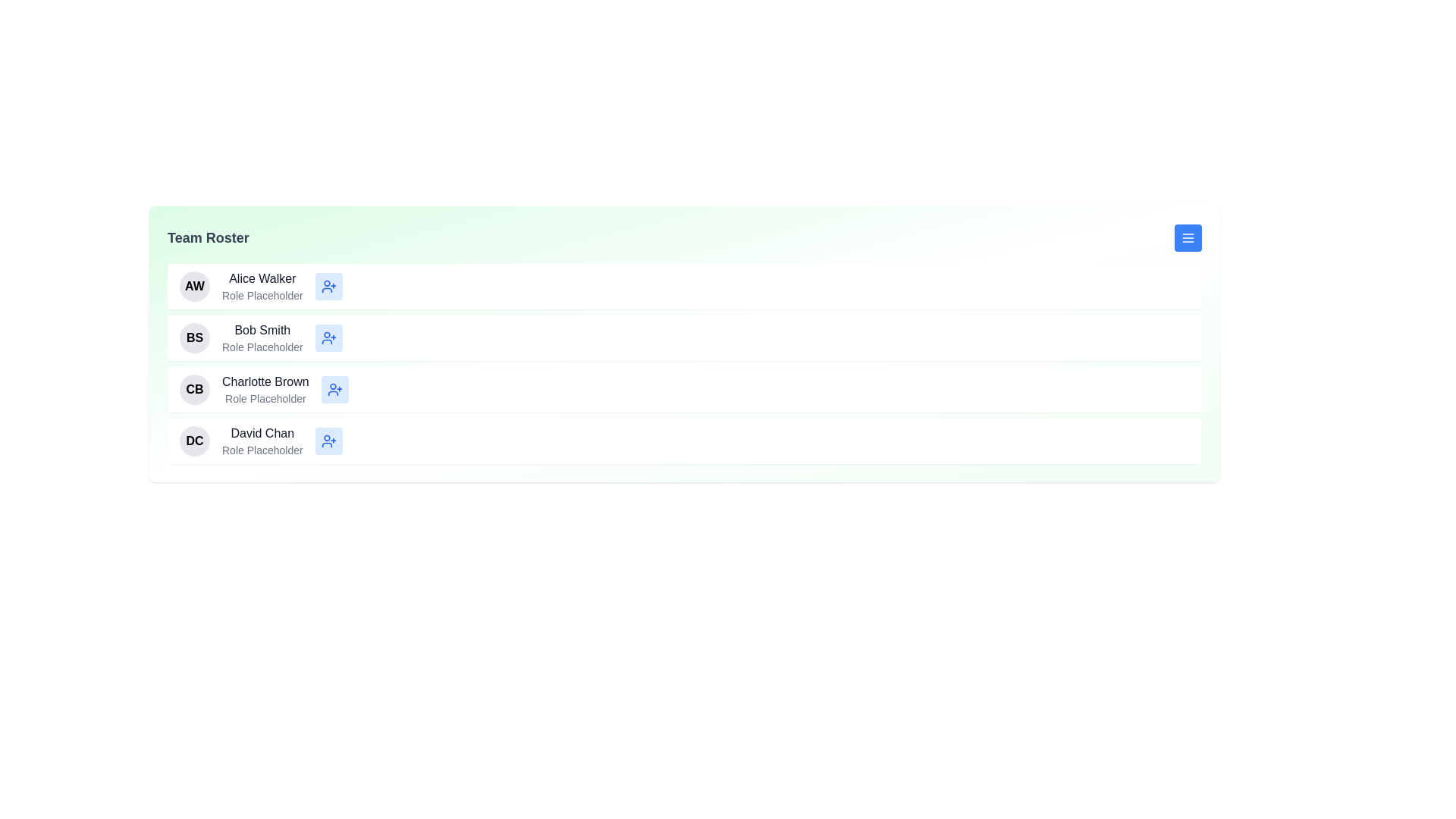  Describe the element at coordinates (334, 388) in the screenshot. I see `the blue person silhouette icon with a plus sign located on the right side of the 'Charlotte Brown' list item` at that location.